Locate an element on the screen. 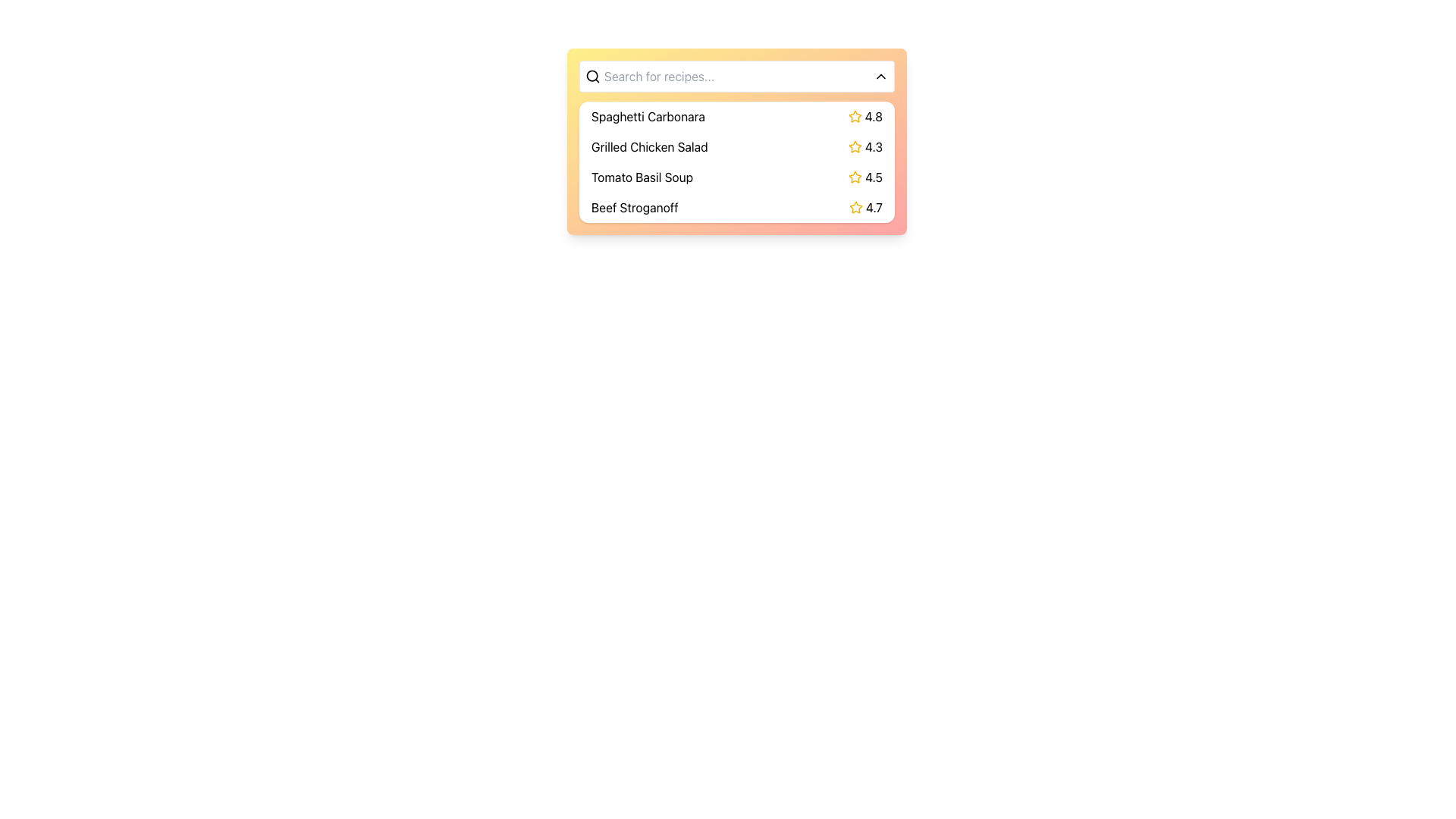 This screenshot has width=1456, height=819. the fourth item is located at coordinates (736, 207).